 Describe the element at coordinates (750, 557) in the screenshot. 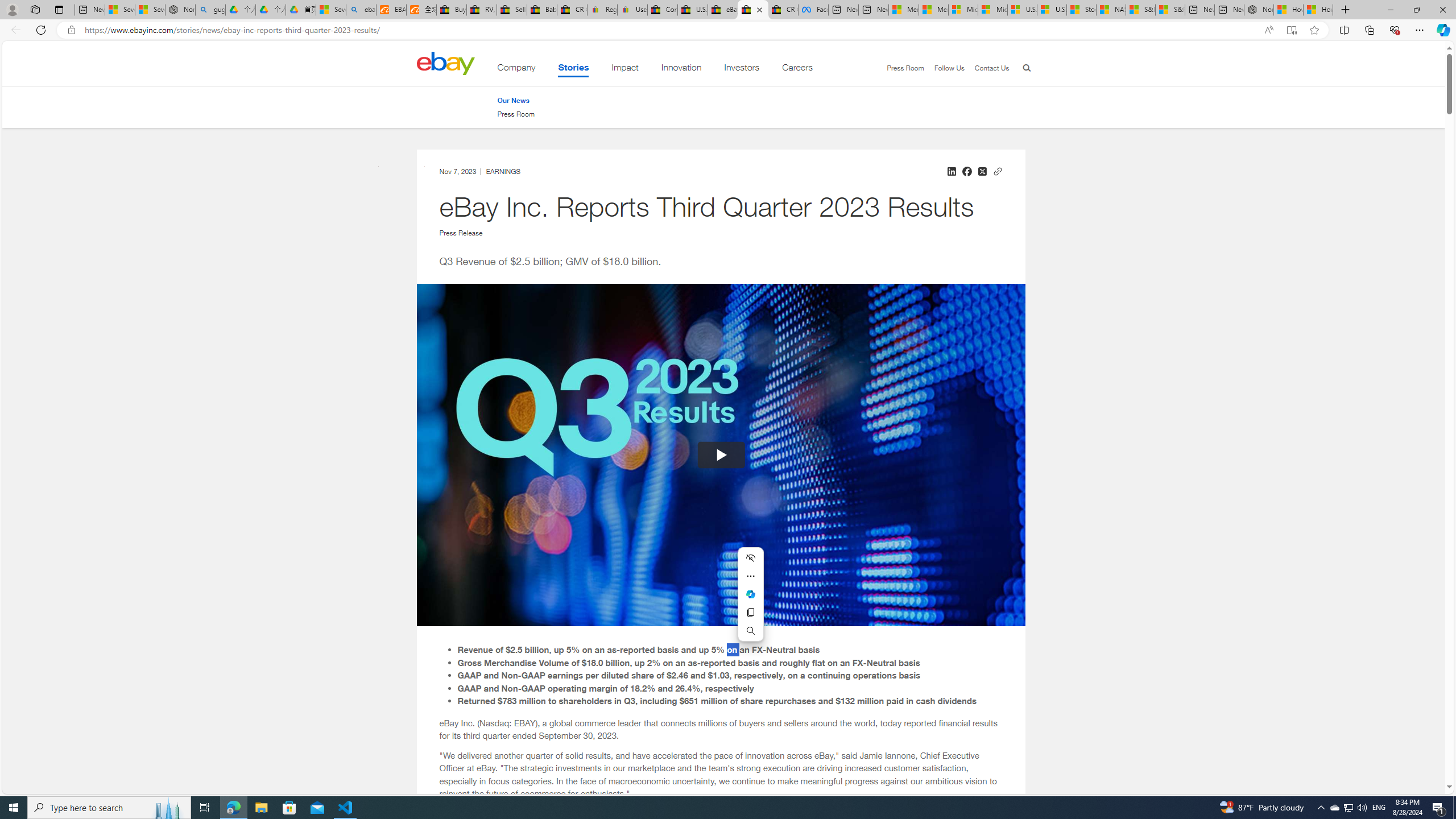

I see `'Hide menu'` at that location.